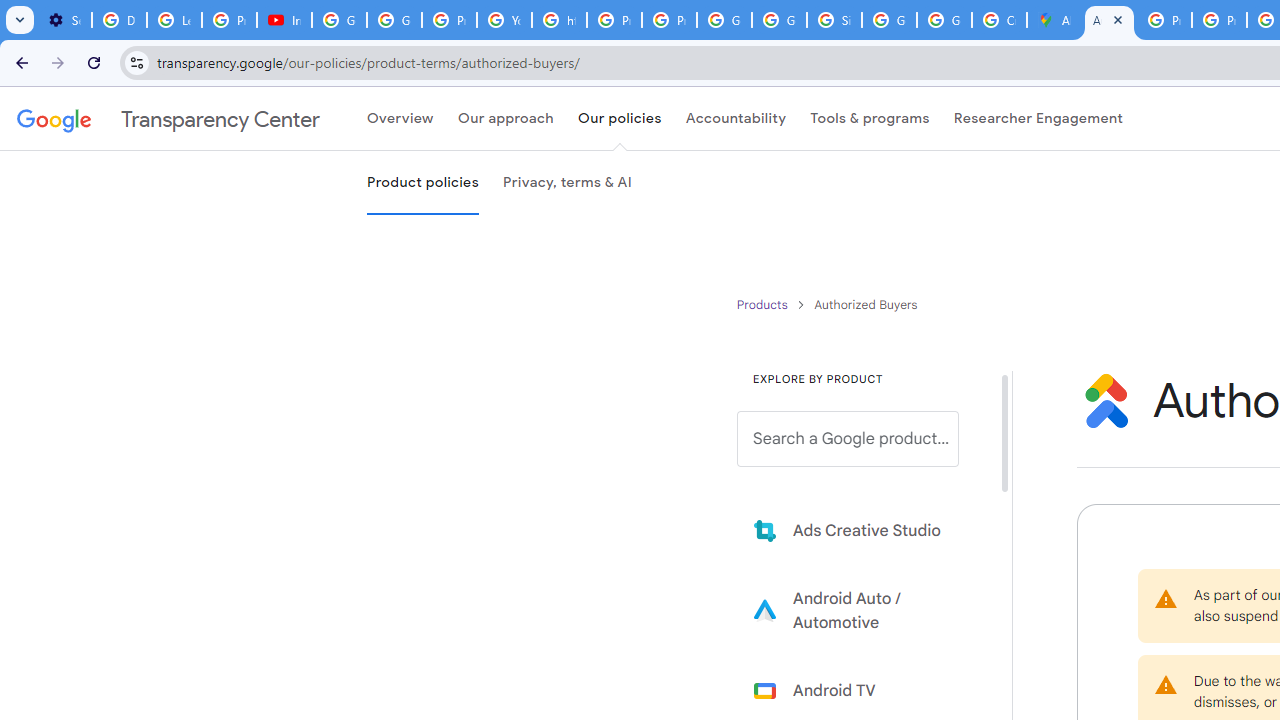 This screenshot has width=1280, height=720. Describe the element at coordinates (862, 530) in the screenshot. I see `'Learn more about Ads Creative Studio'` at that location.